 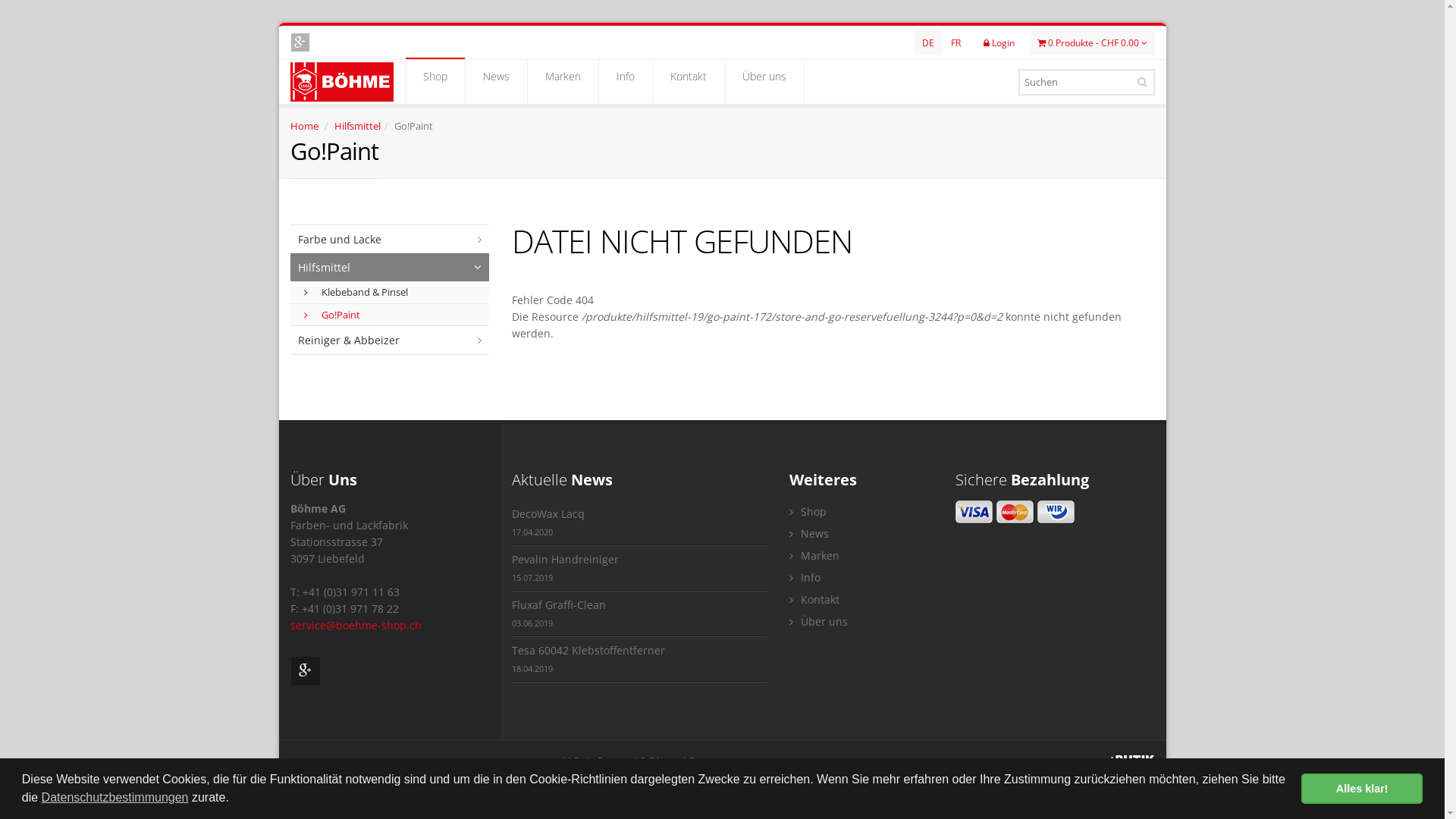 I want to click on '0 Produkte - CHF 0.00', so click(x=1092, y=42).